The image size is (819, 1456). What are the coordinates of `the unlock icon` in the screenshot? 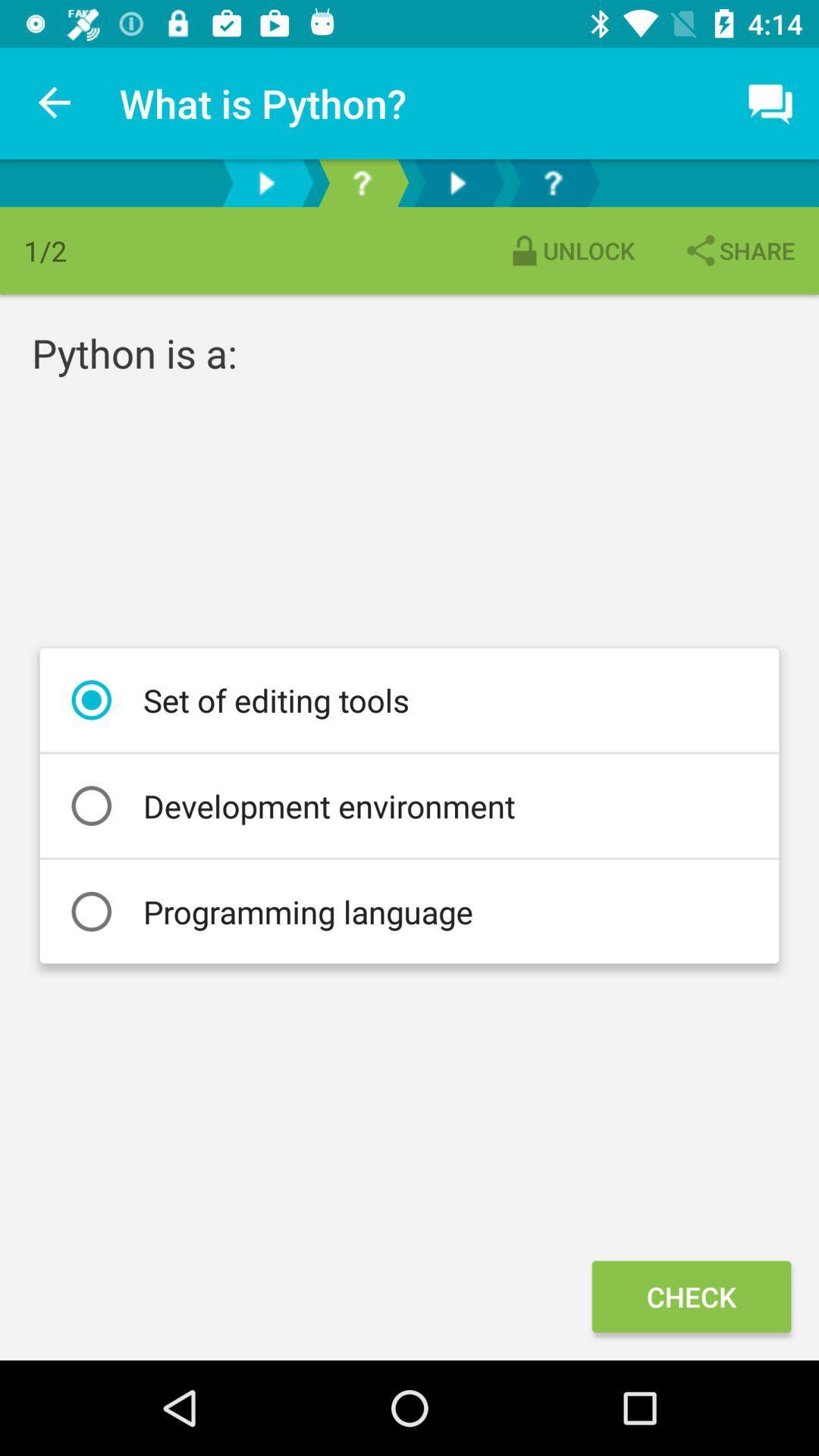 It's located at (570, 250).